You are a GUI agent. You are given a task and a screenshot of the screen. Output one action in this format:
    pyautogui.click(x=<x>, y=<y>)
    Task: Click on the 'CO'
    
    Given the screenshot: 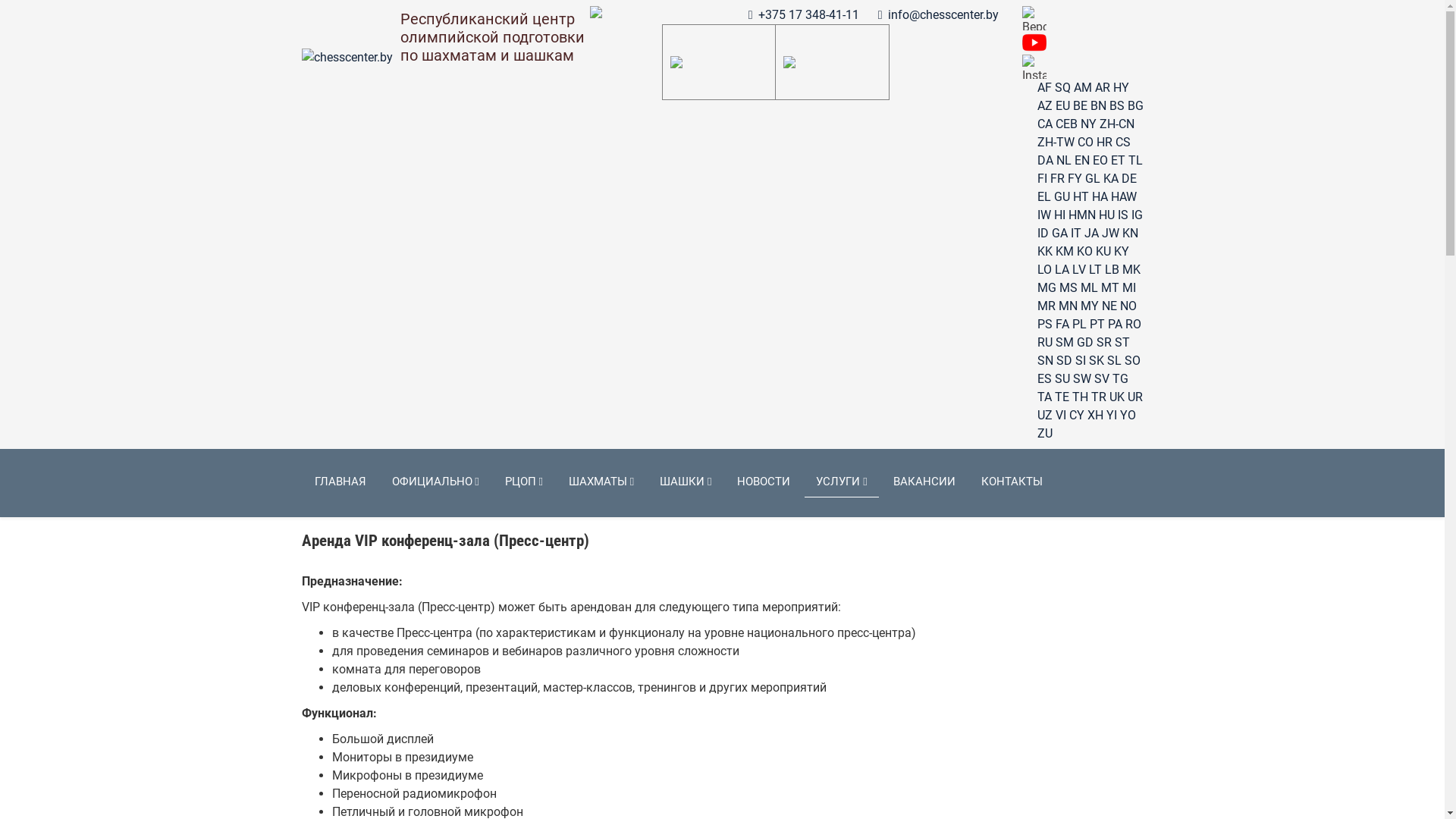 What is the action you would take?
    pyautogui.click(x=1076, y=142)
    